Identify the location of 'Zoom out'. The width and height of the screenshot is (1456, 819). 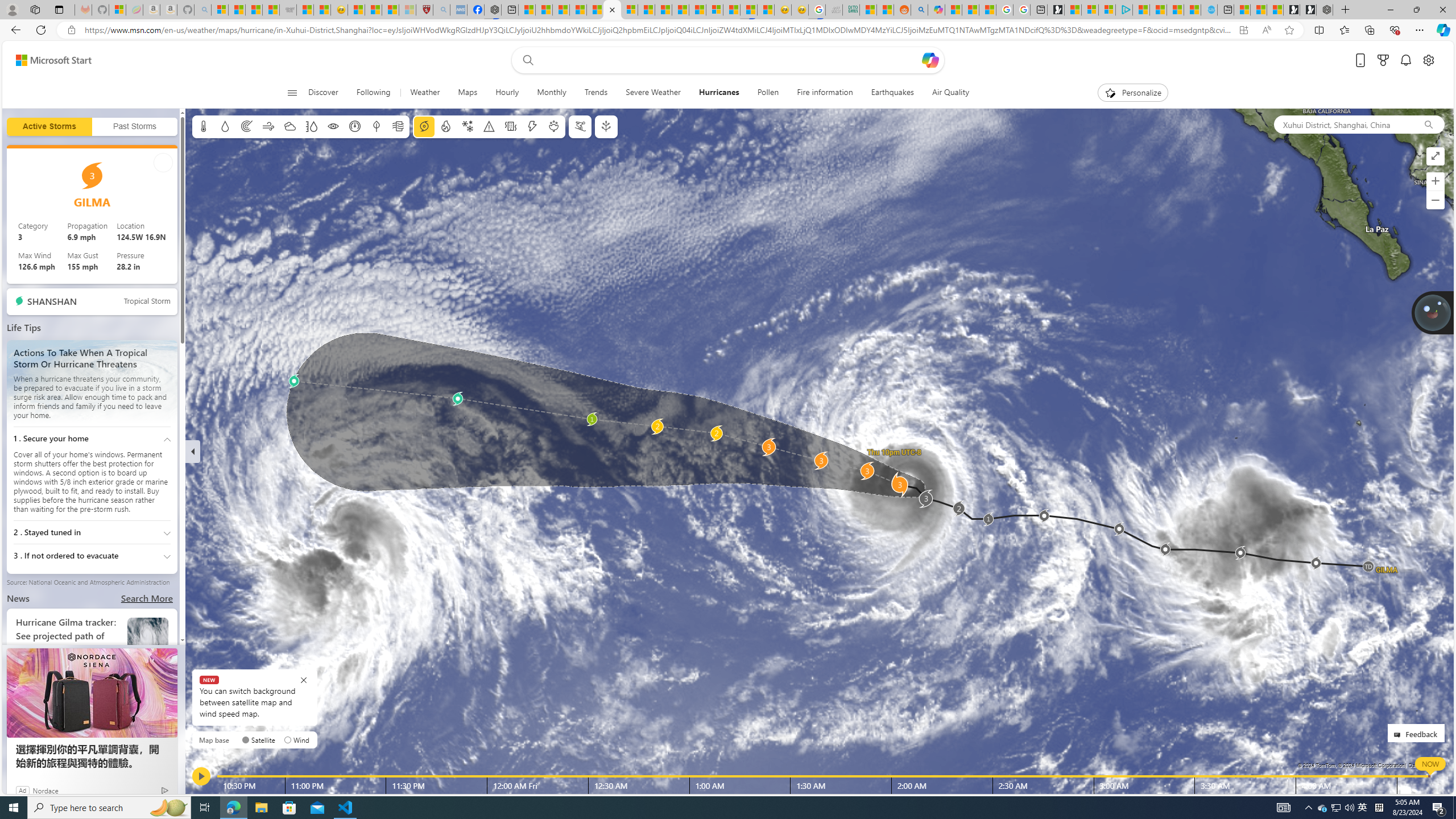
(1435, 200).